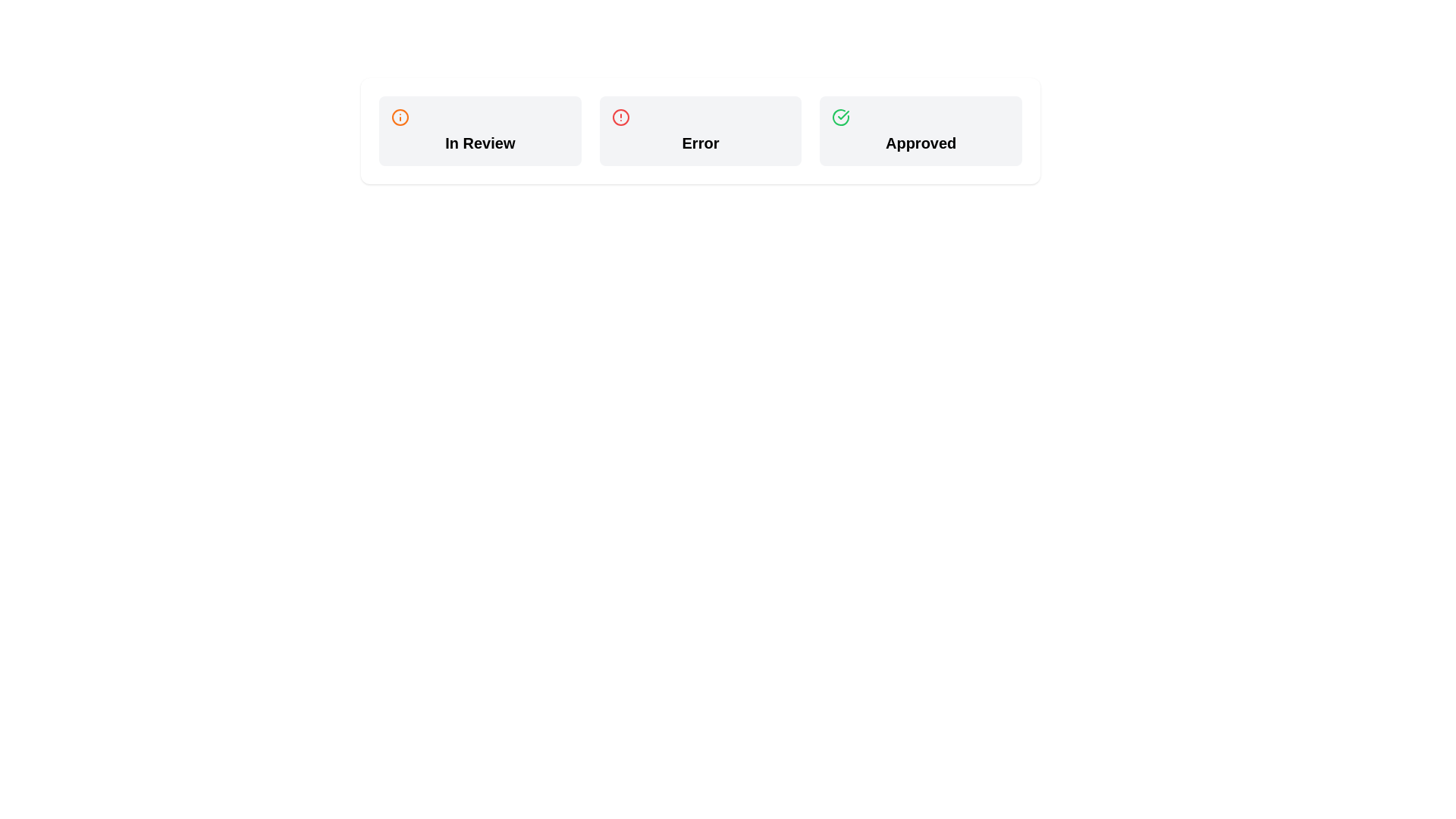 The image size is (1456, 819). Describe the element at coordinates (479, 130) in the screenshot. I see `the status indicator labeled 'In Review', which is a rectangular box with rounded corners and an orange circular icon with an 'i' symbol` at that location.